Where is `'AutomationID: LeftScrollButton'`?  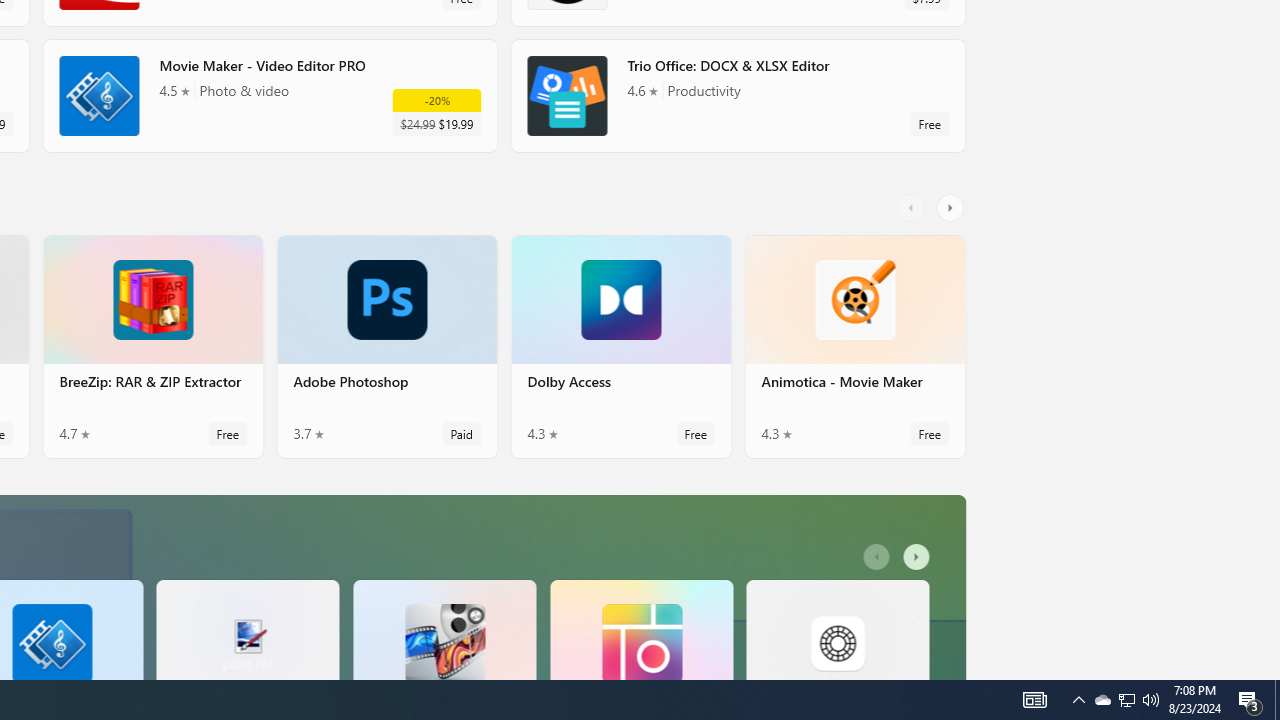 'AutomationID: LeftScrollButton' is located at coordinates (878, 557).